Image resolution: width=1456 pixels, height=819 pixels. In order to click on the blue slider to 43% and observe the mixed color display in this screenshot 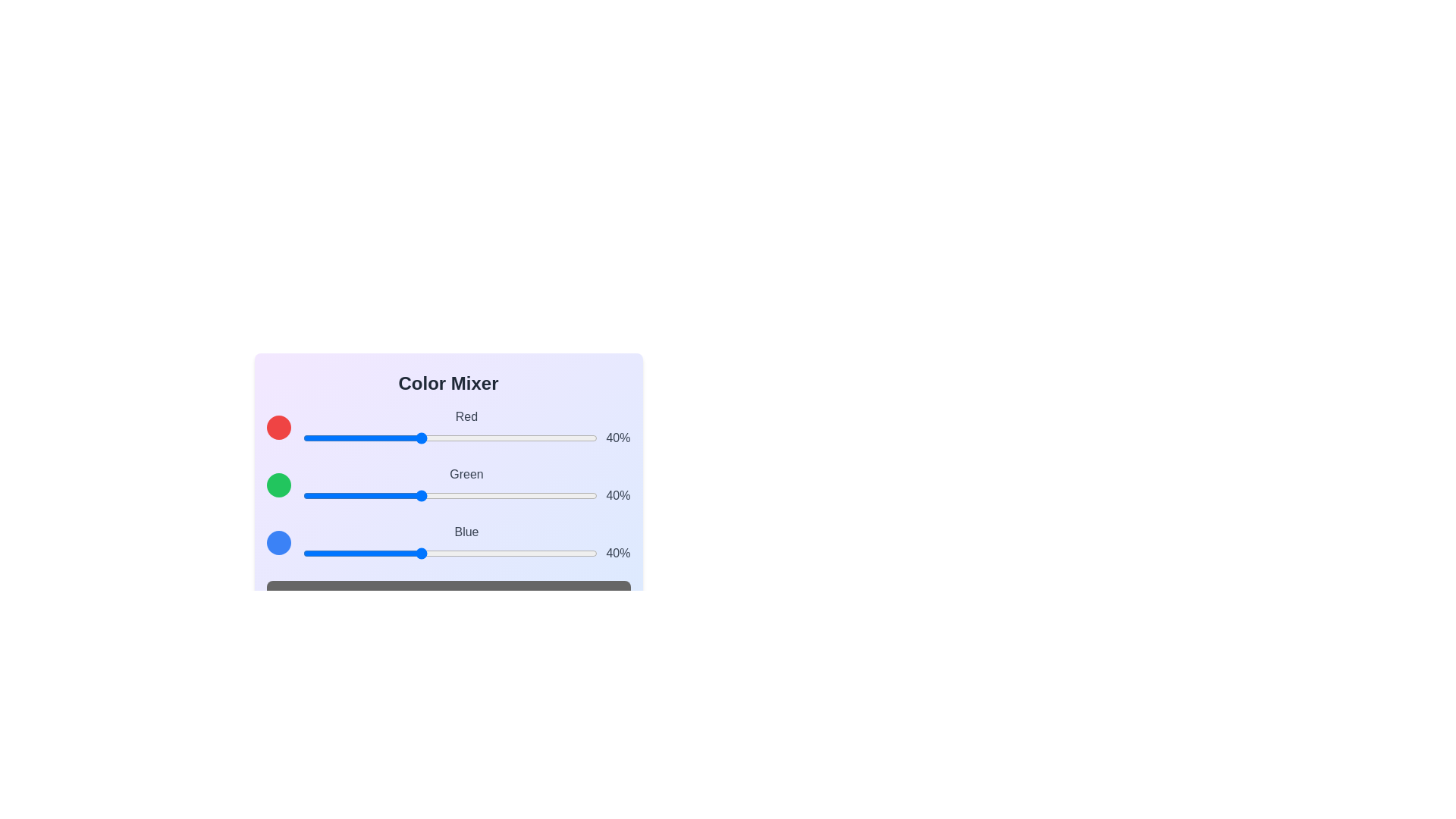, I will do `click(428, 553)`.